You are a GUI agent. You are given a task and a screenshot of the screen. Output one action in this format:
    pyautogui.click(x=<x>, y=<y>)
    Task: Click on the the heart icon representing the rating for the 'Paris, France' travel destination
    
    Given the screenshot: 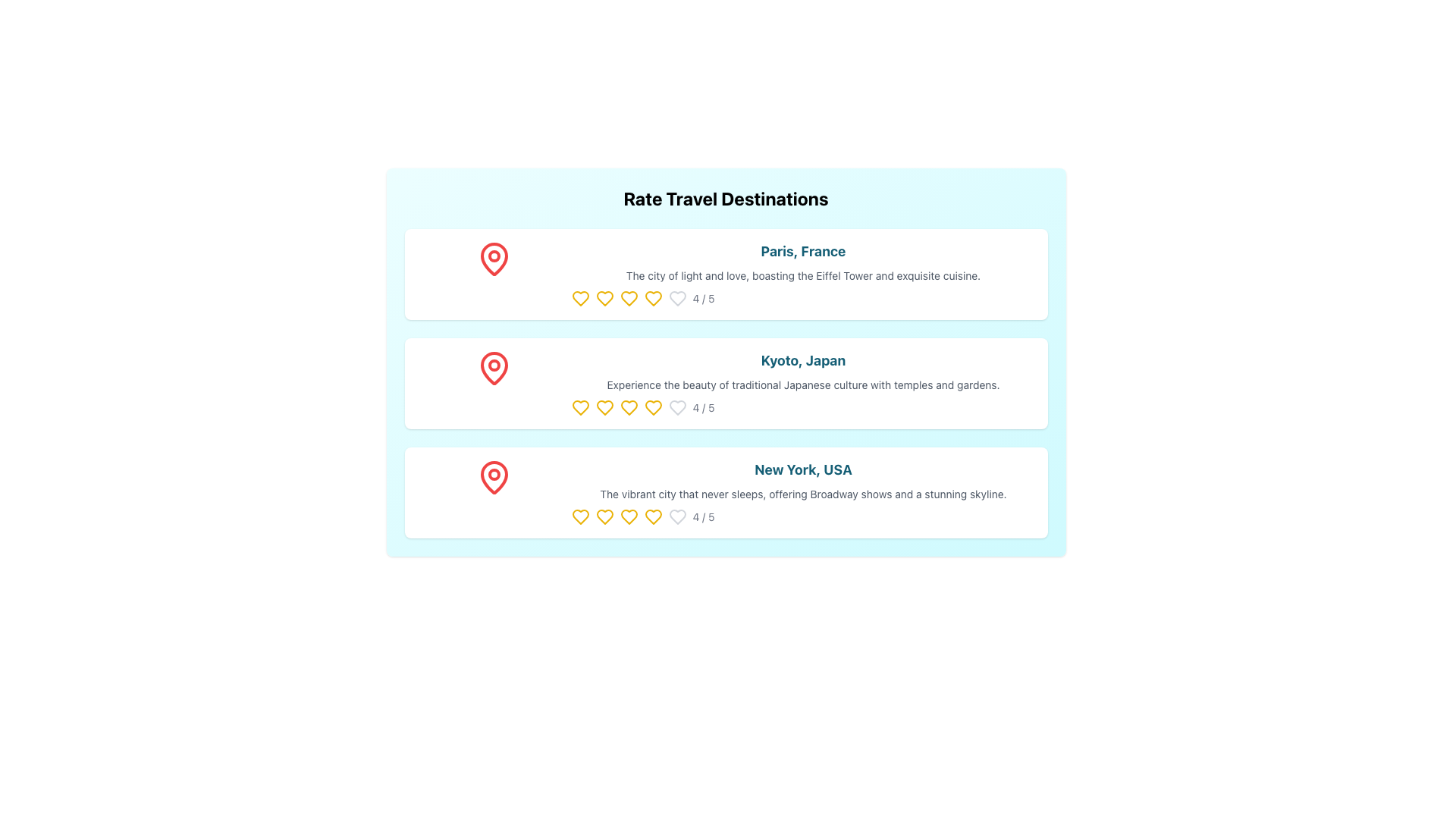 What is the action you would take?
    pyautogui.click(x=604, y=298)
    